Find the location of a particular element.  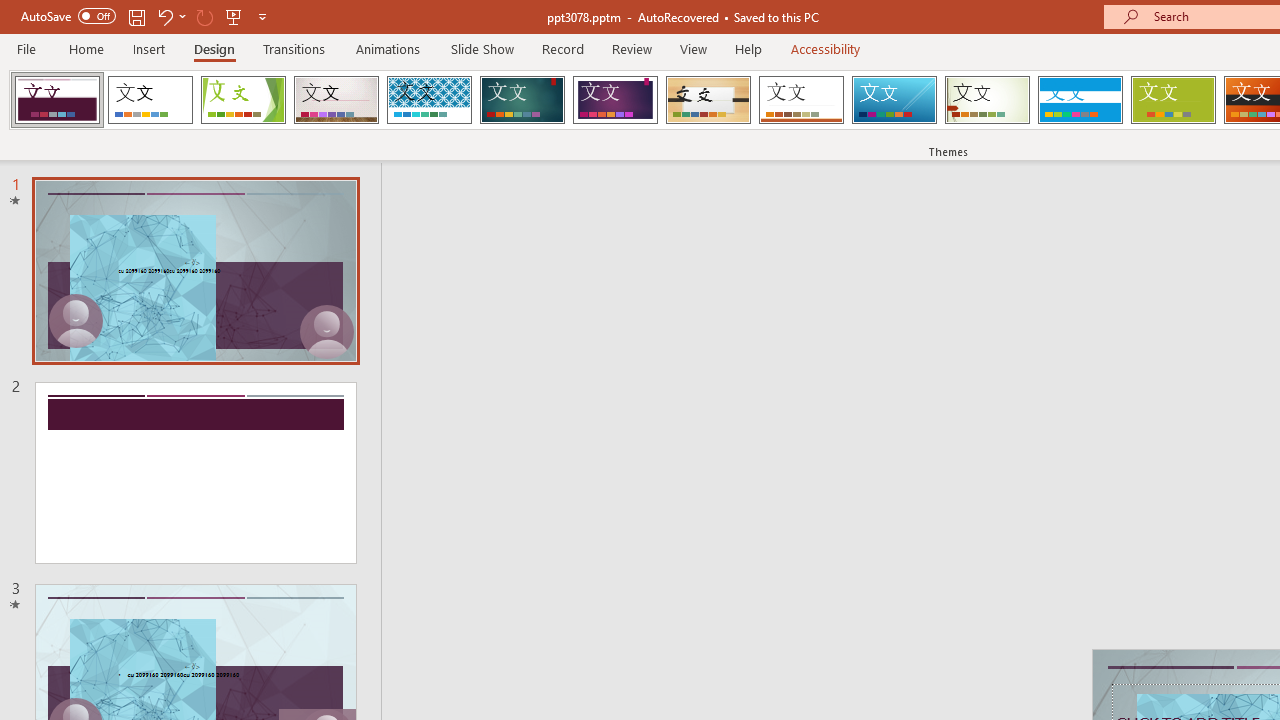

'Ion' is located at coordinates (522, 100).